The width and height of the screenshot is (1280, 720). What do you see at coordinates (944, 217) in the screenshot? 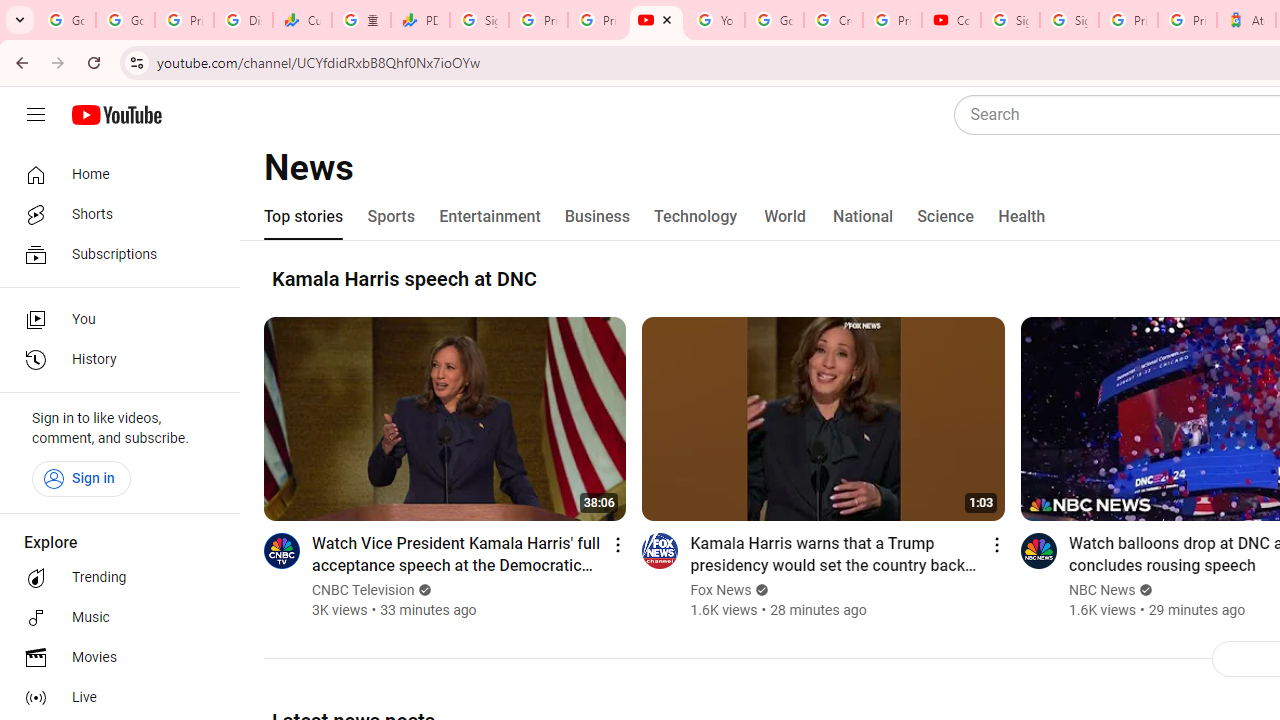
I see `'Science'` at bounding box center [944, 217].